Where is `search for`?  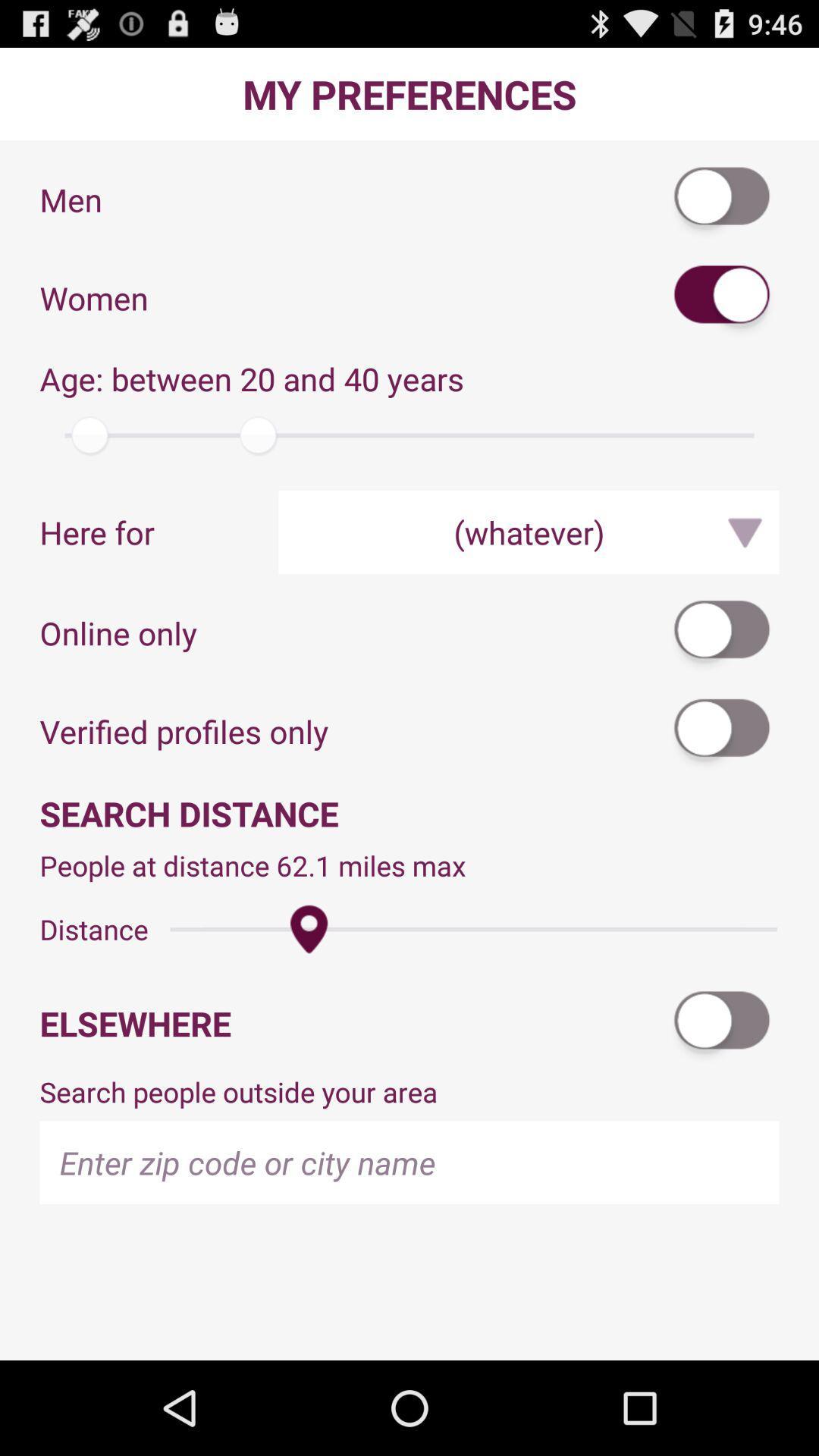
search for is located at coordinates (722, 298).